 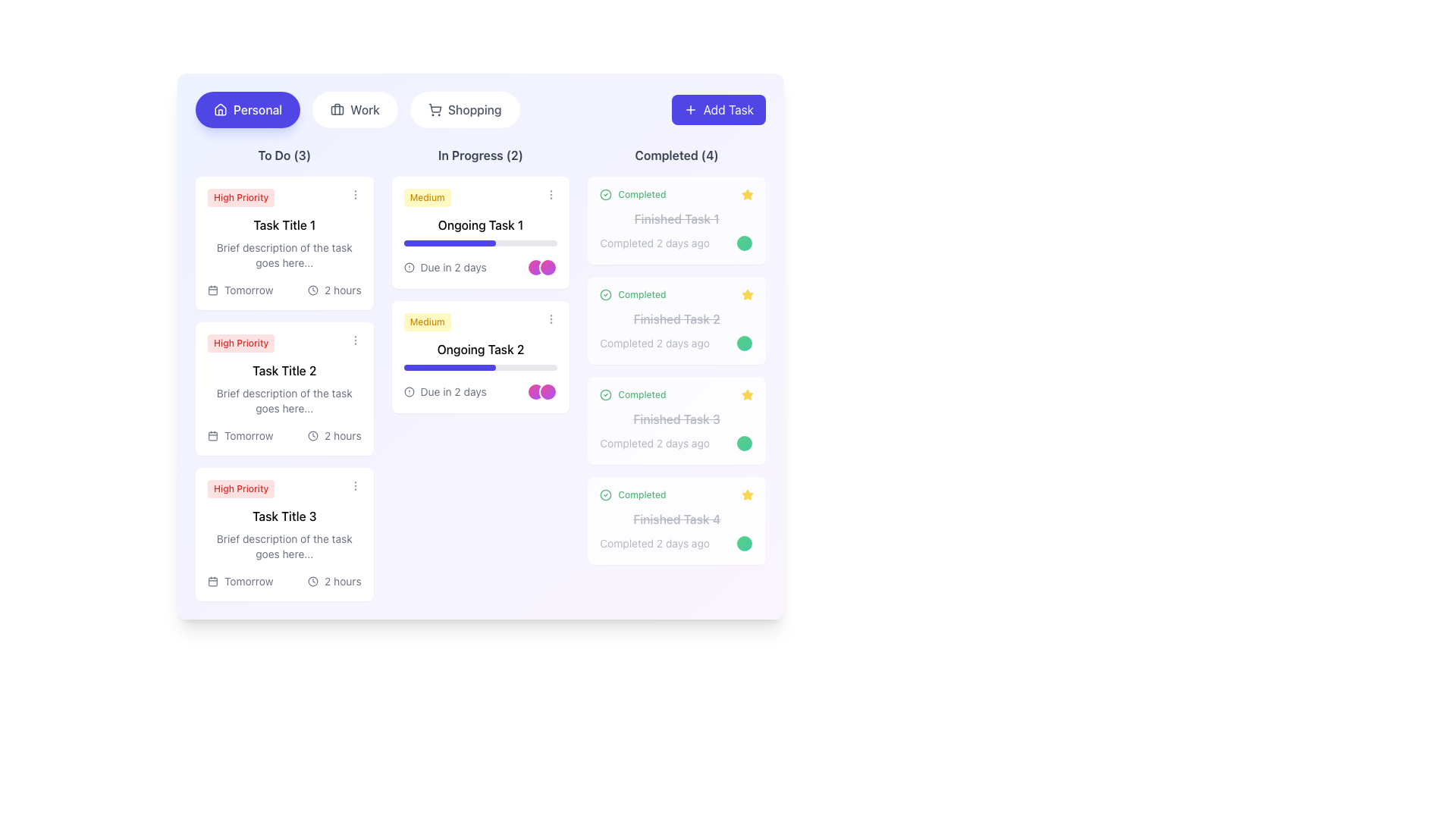 I want to click on the status indicator text label located in the 'Completed (4)' section within the card labeled 'Finished Task 3', at the bottom-right corner of the main content area, so click(x=654, y=444).